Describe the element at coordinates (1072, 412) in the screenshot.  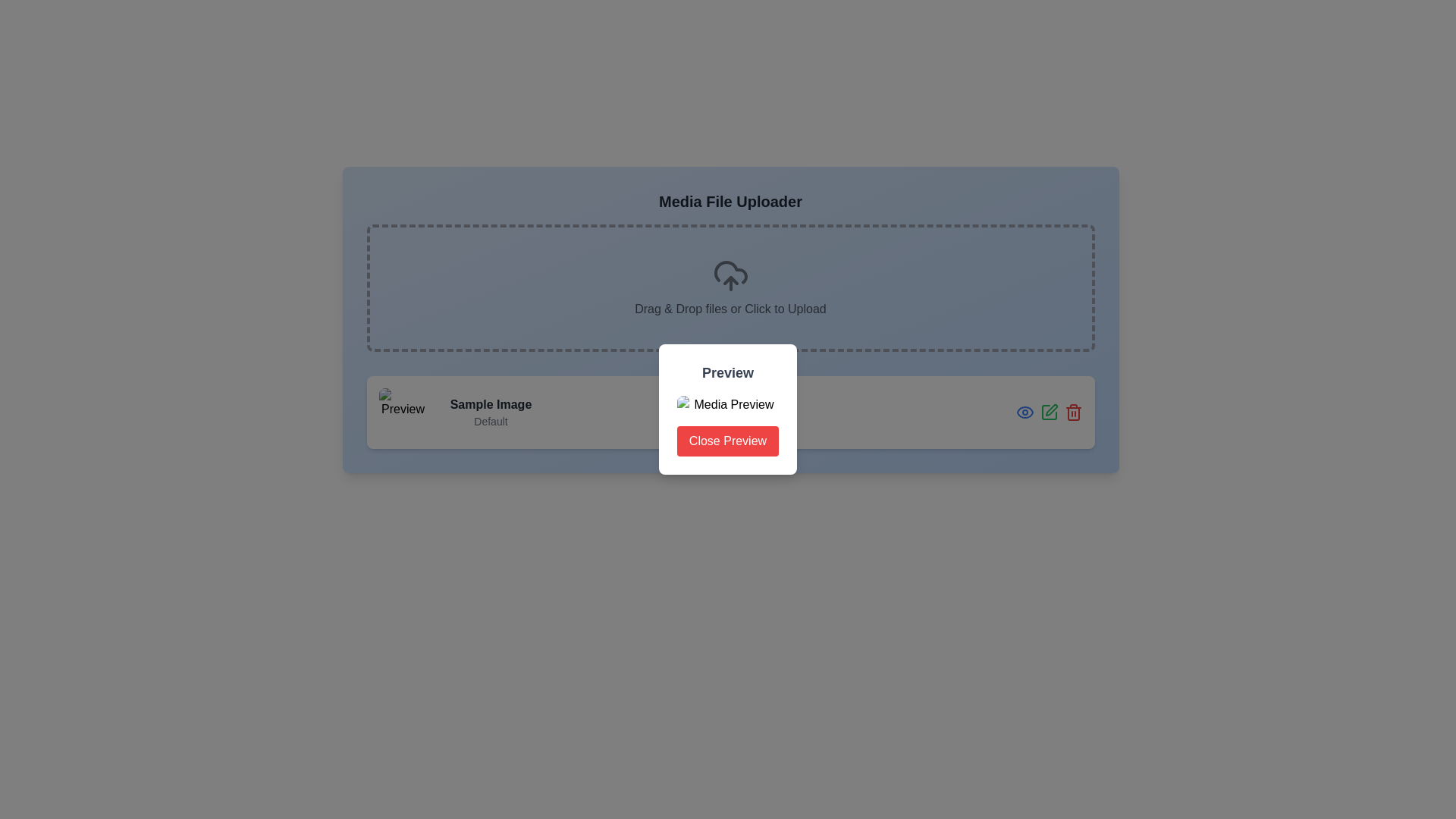
I see `the trash bin icon, which is red and represents a deletion action, located at the bottom-right corner of the panel` at that location.